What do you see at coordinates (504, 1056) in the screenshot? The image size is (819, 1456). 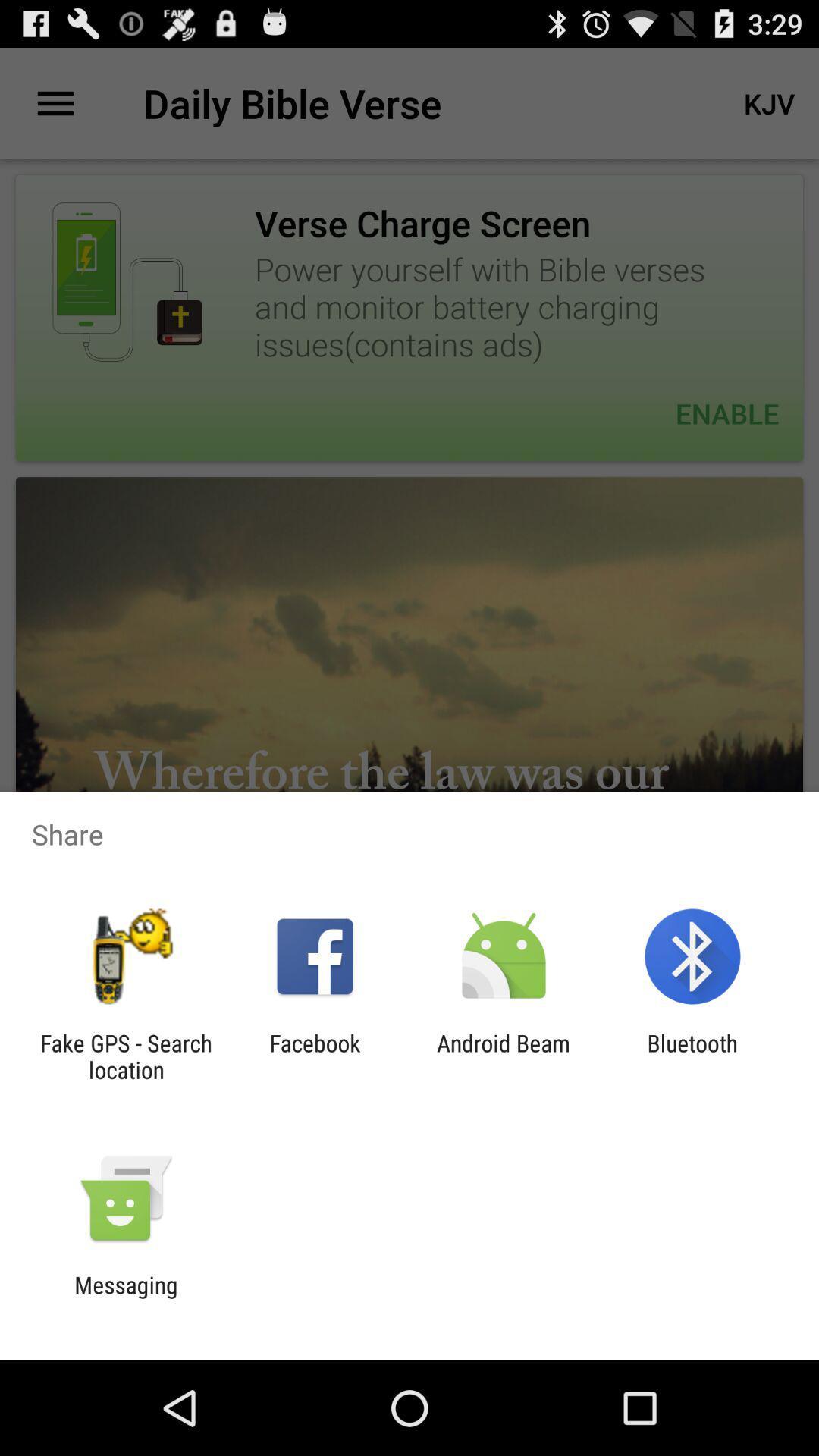 I see `the android beam icon` at bounding box center [504, 1056].